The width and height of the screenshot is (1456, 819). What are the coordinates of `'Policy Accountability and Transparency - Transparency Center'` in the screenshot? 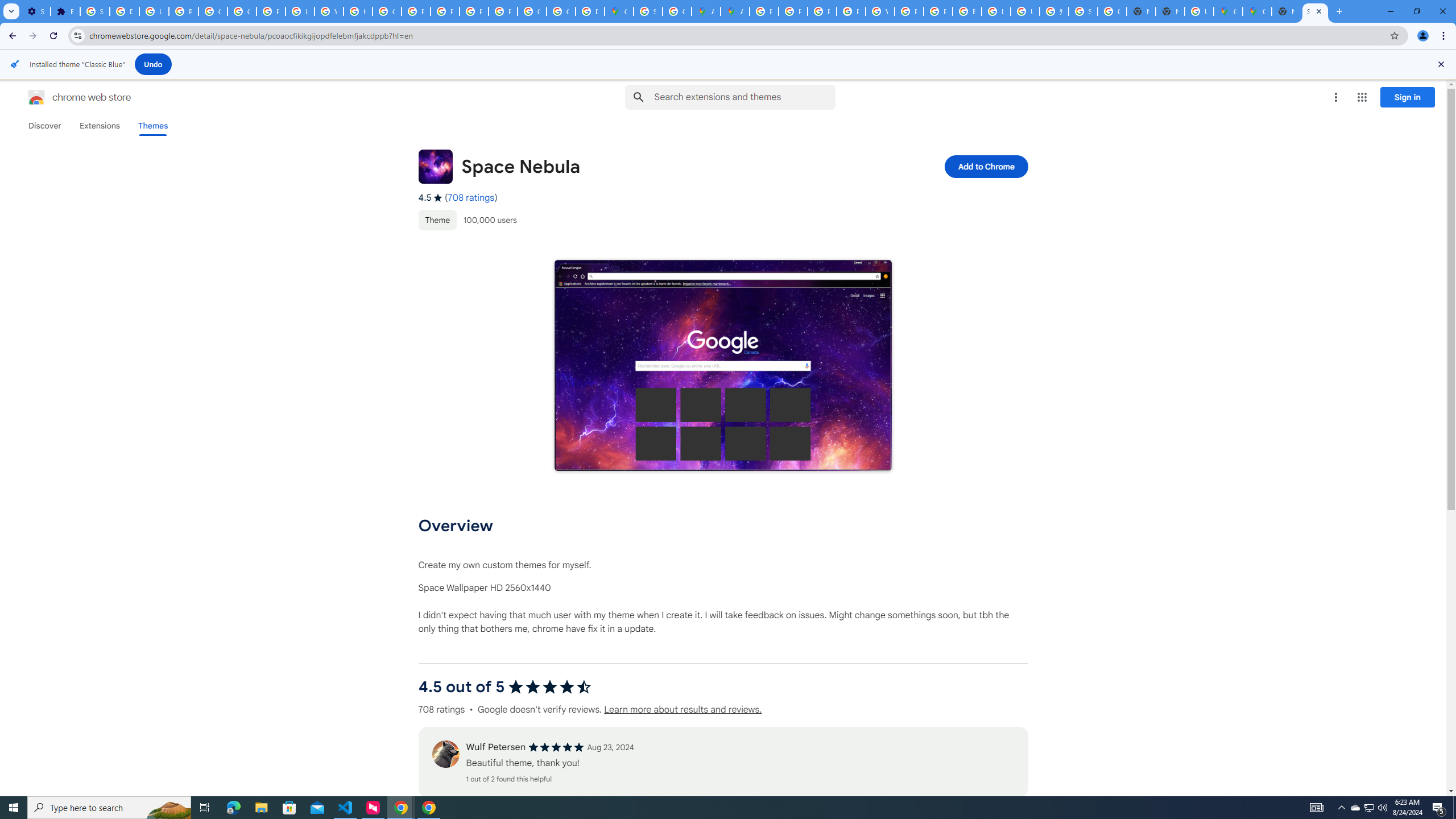 It's located at (763, 11).